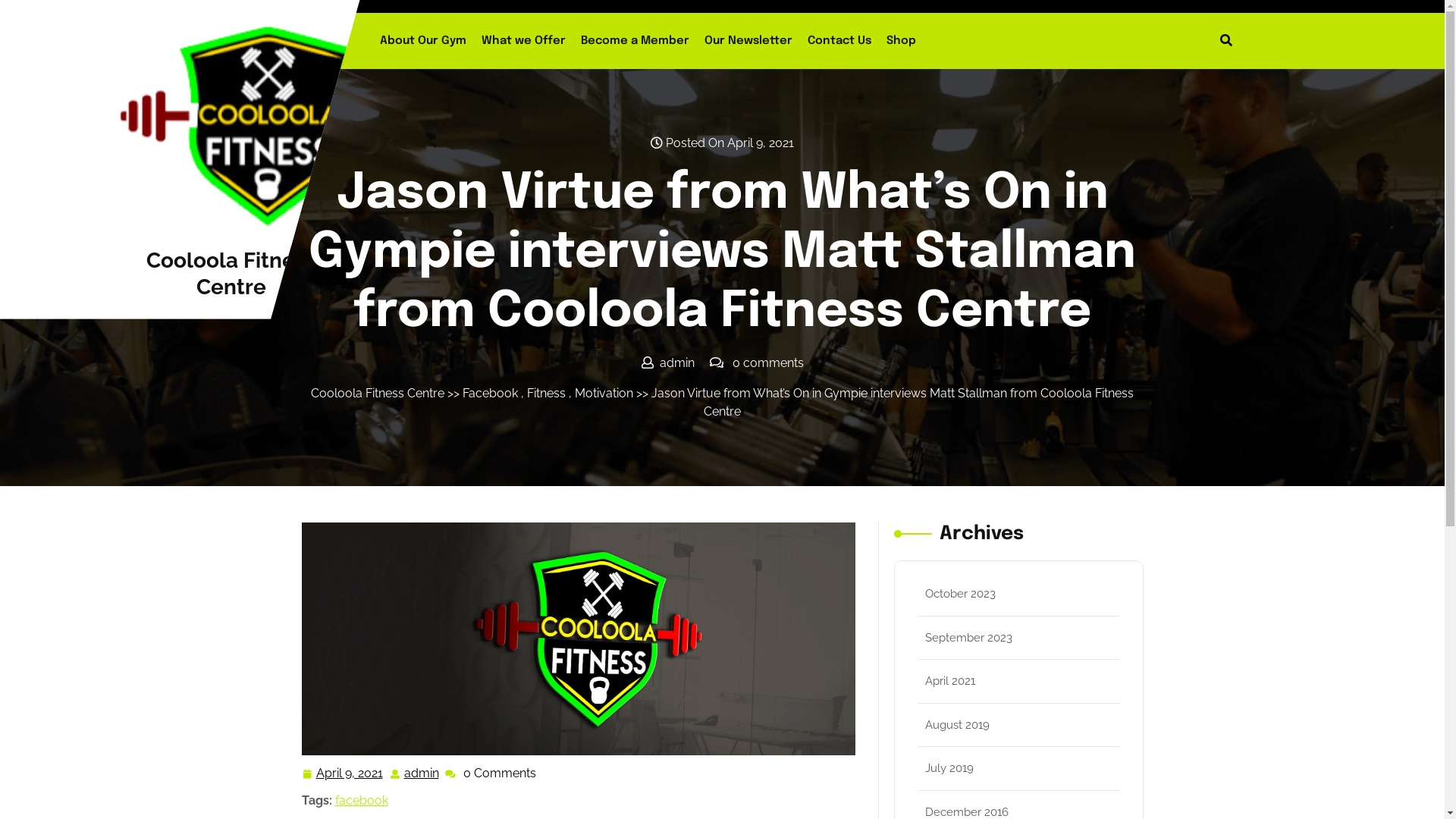 This screenshot has width=1456, height=819. I want to click on 'What we Offer', so click(523, 39).